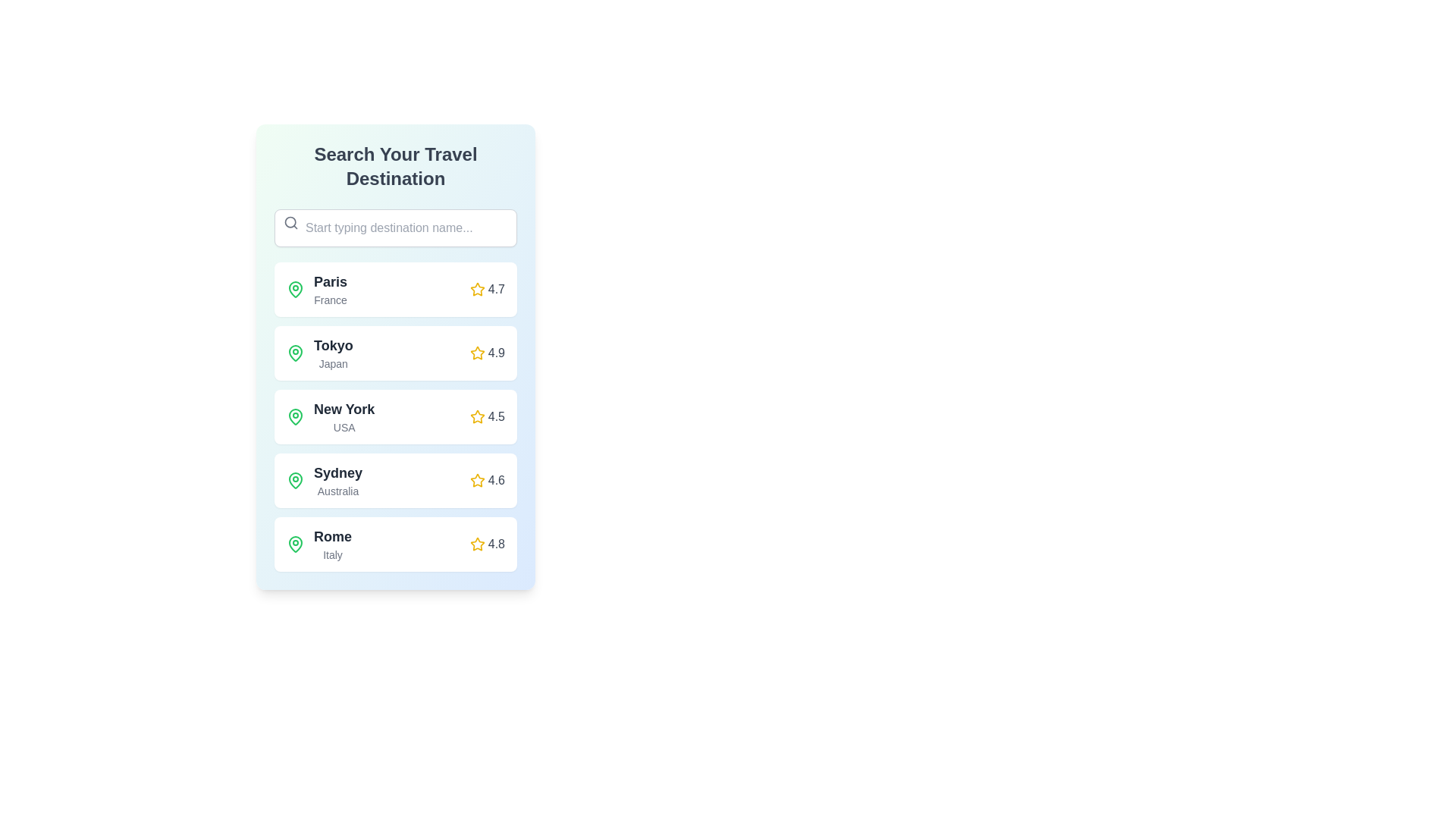  I want to click on the New York travel destination card, which is the third item in a vertically stacked list of cards, located between the Tokyo and Sydney cards, so click(396, 417).